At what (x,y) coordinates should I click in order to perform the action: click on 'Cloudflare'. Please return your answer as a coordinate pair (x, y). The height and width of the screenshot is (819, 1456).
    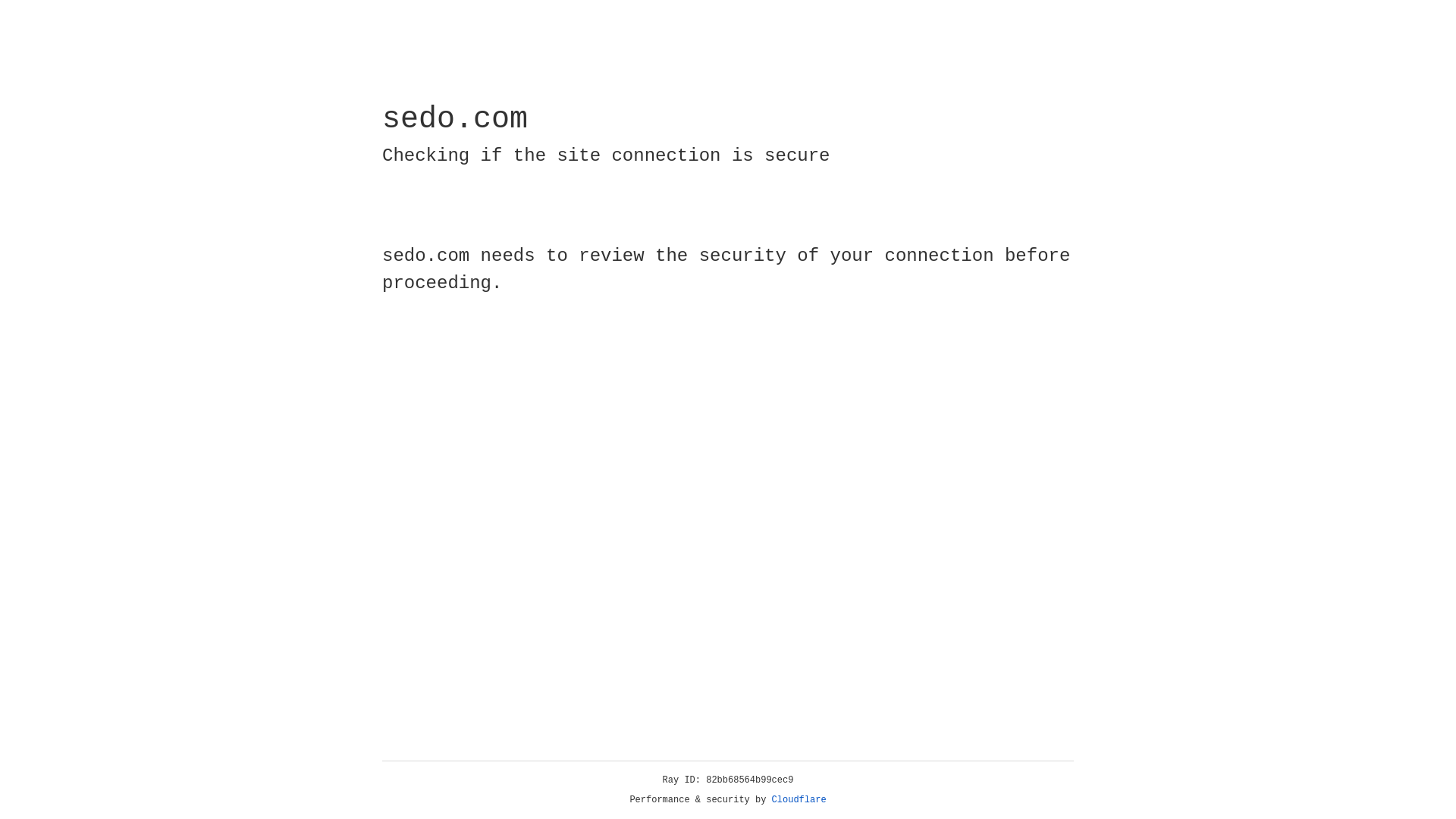
    Looking at the image, I should click on (771, 799).